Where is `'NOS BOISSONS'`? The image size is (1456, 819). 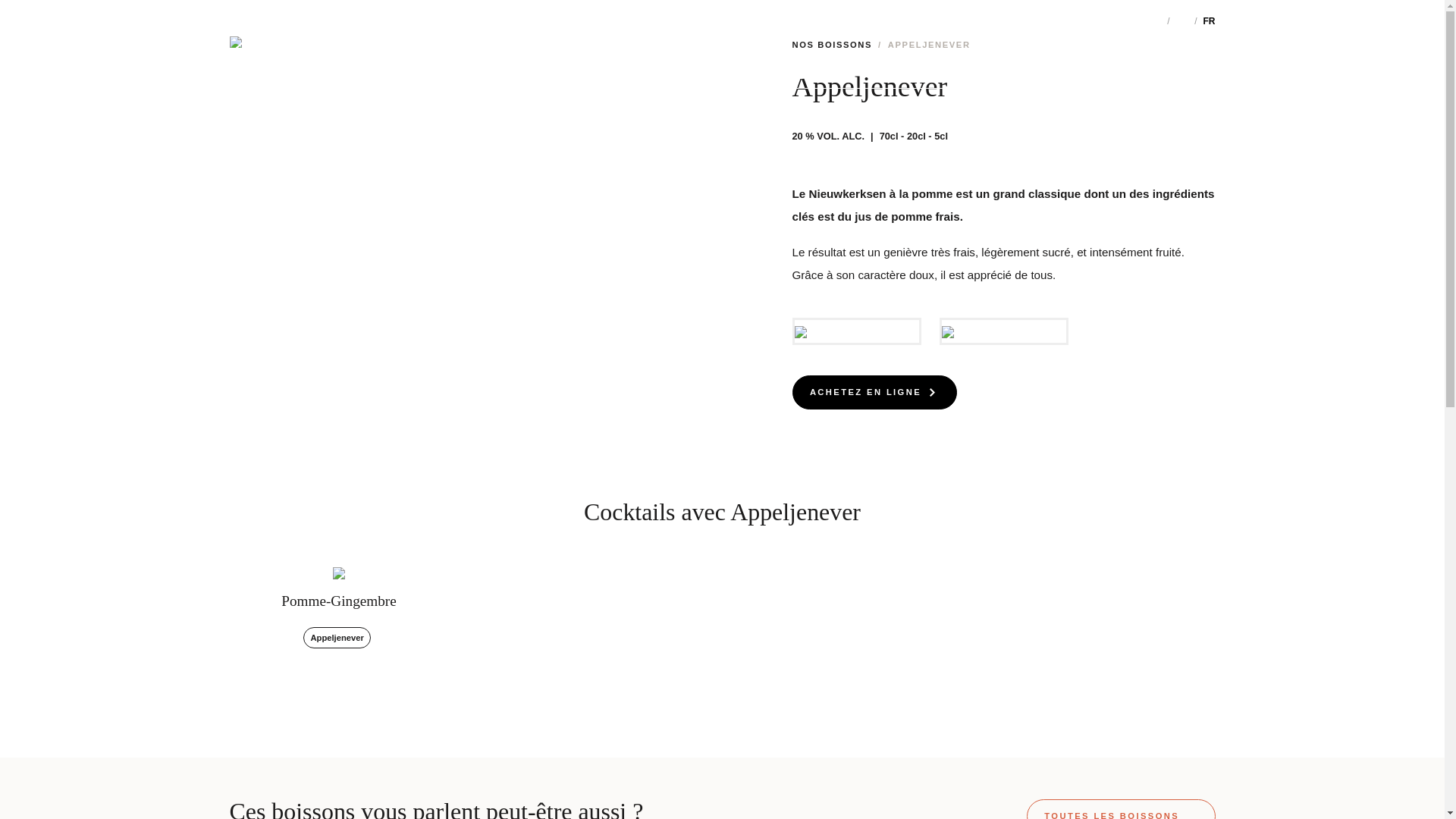 'NOS BOISSONS' is located at coordinates (831, 43).